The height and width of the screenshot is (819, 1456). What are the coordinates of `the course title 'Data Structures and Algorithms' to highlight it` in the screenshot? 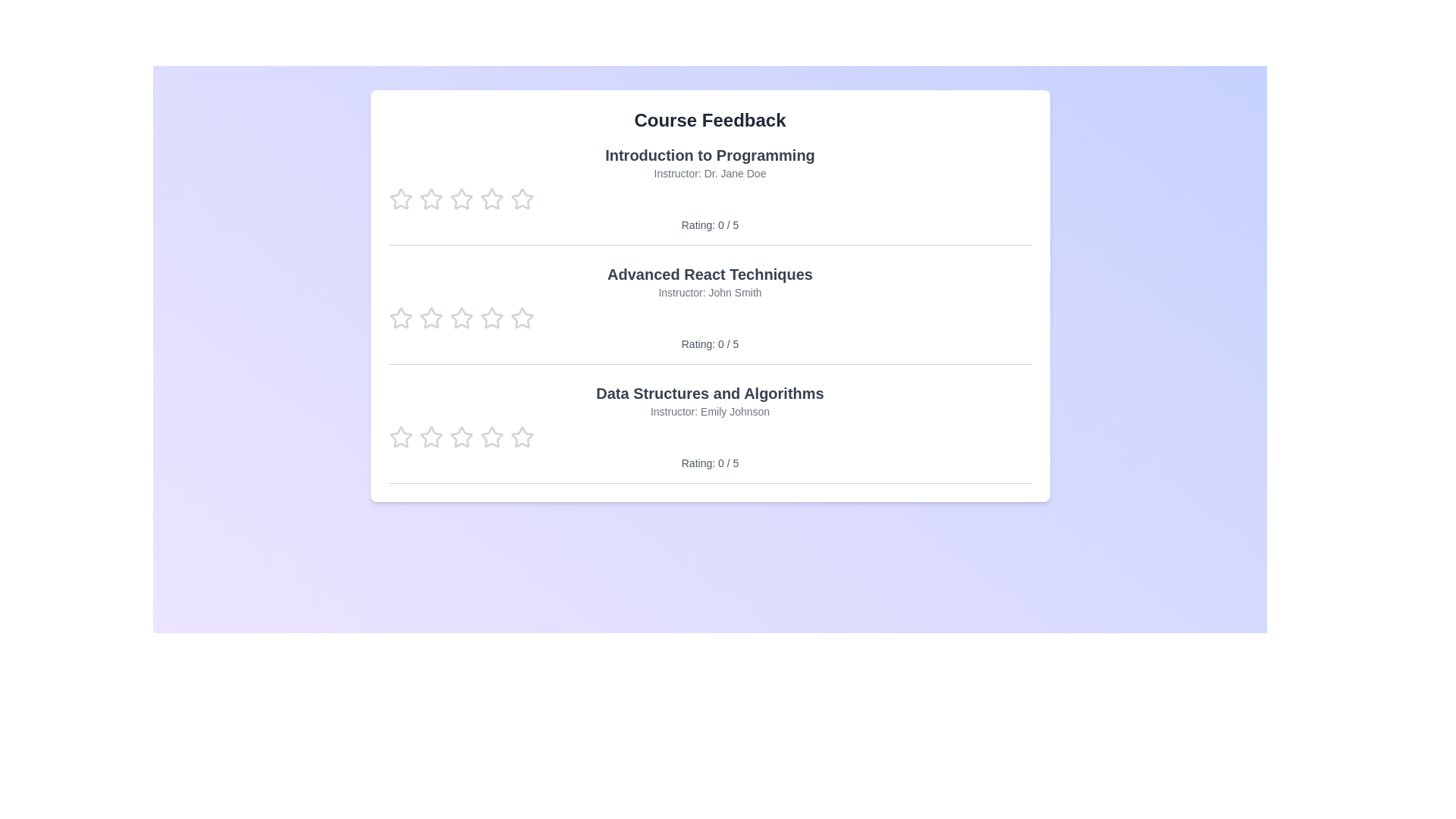 It's located at (709, 393).